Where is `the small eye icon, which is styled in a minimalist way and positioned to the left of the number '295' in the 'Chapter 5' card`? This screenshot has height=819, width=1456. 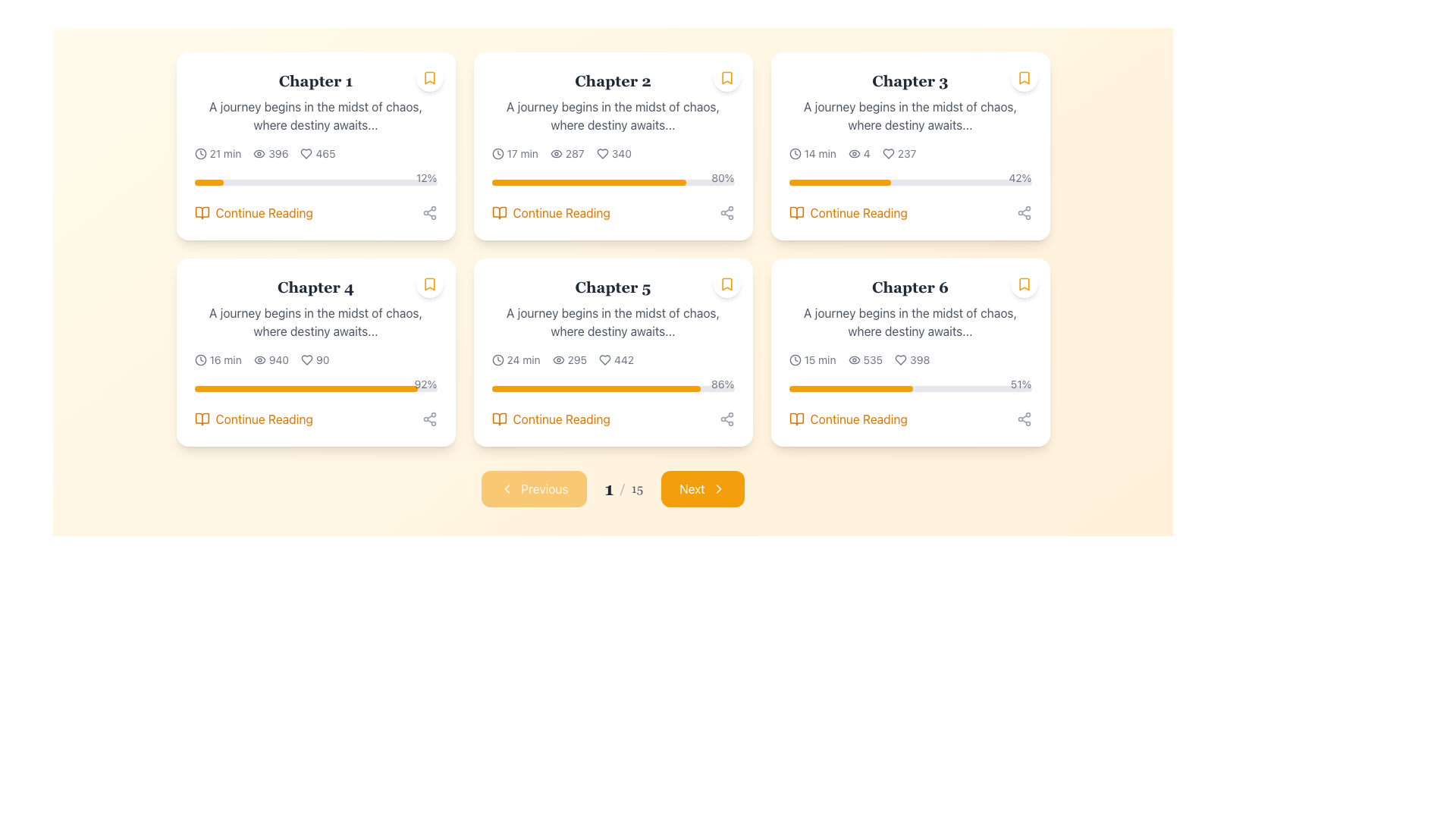 the small eye icon, which is styled in a minimalist way and positioned to the left of the number '295' in the 'Chapter 5' card is located at coordinates (557, 359).